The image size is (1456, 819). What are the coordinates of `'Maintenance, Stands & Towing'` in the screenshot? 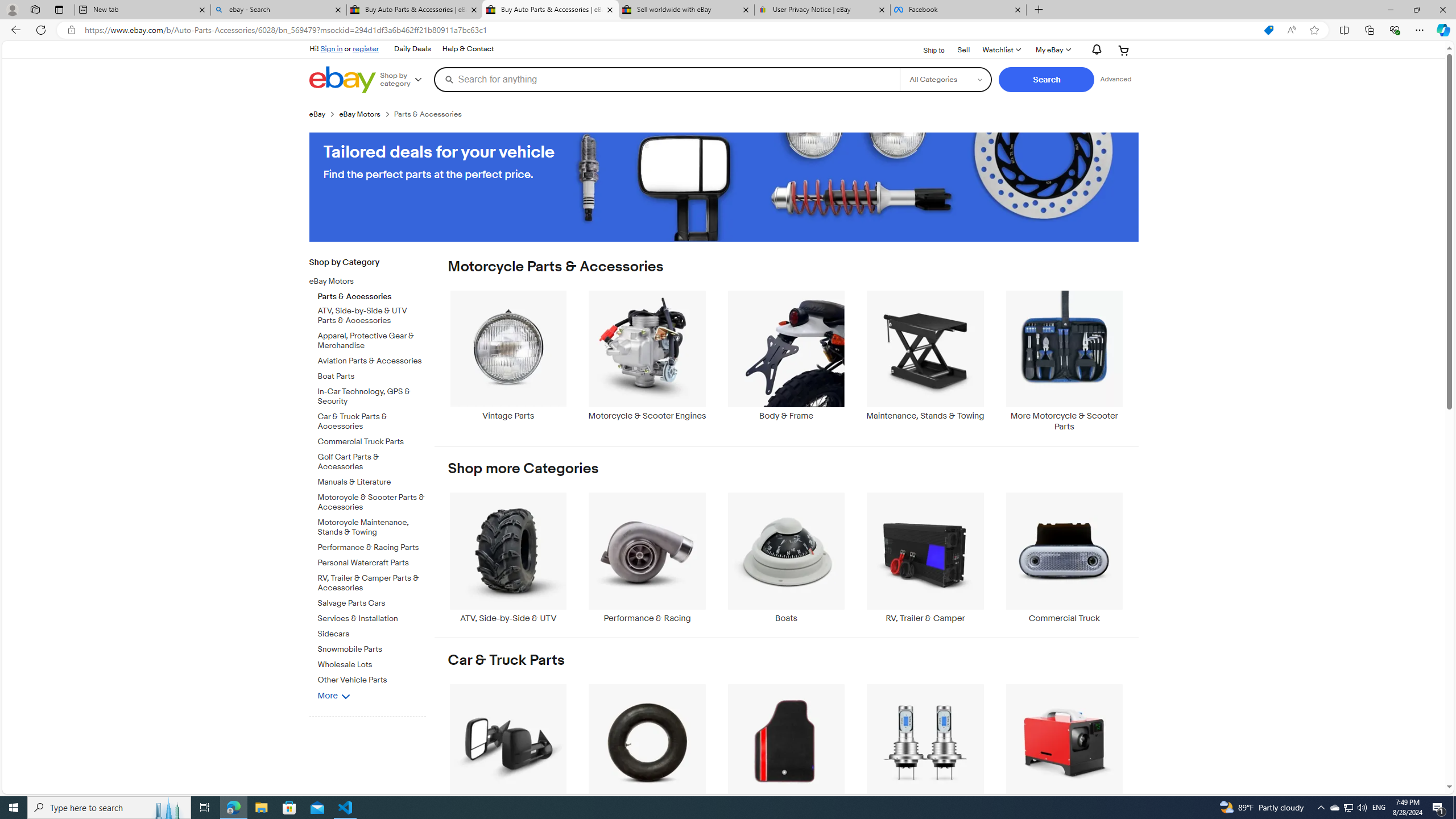 It's located at (925, 361).